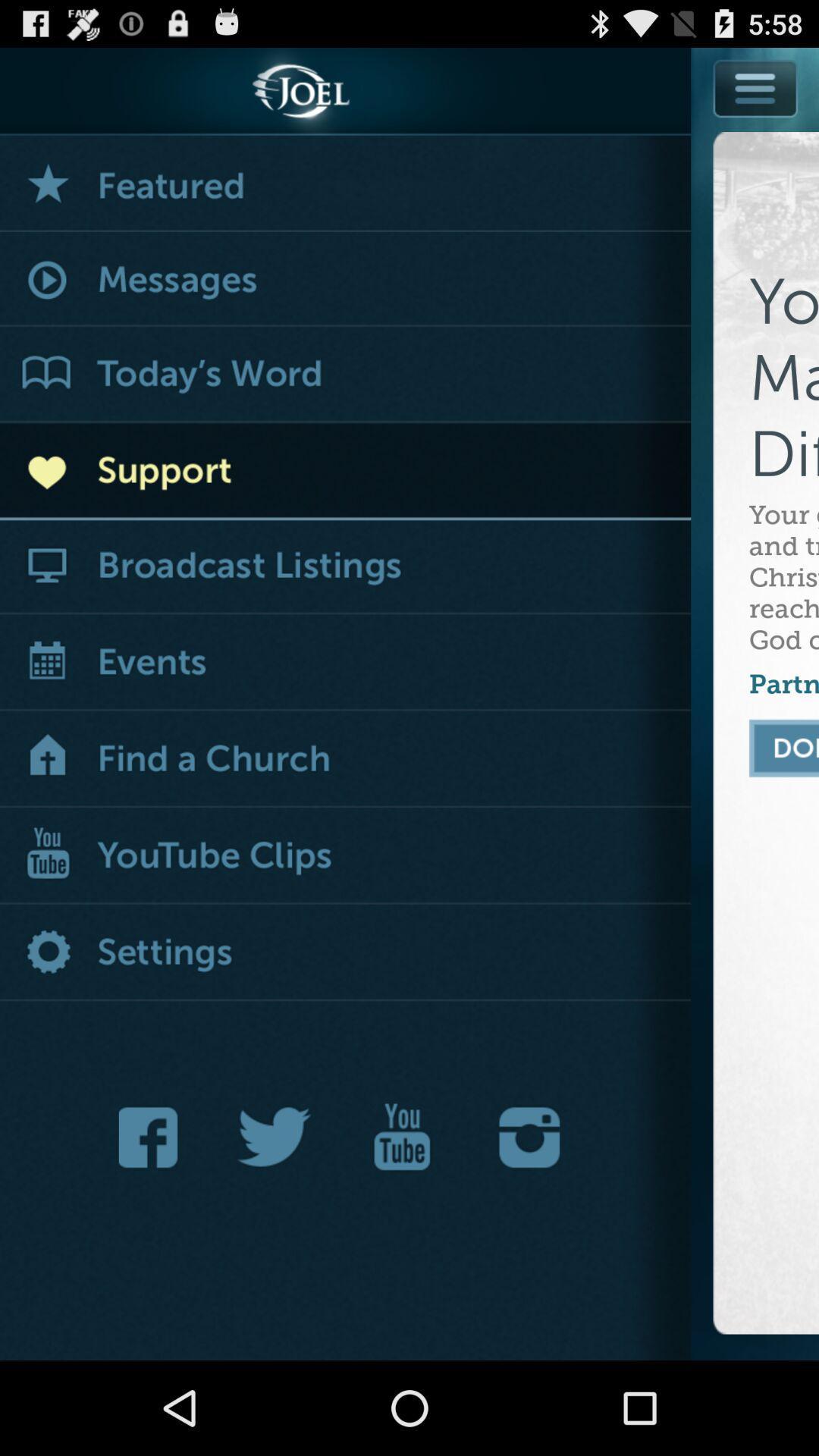  Describe the element at coordinates (345, 280) in the screenshot. I see `messages` at that location.